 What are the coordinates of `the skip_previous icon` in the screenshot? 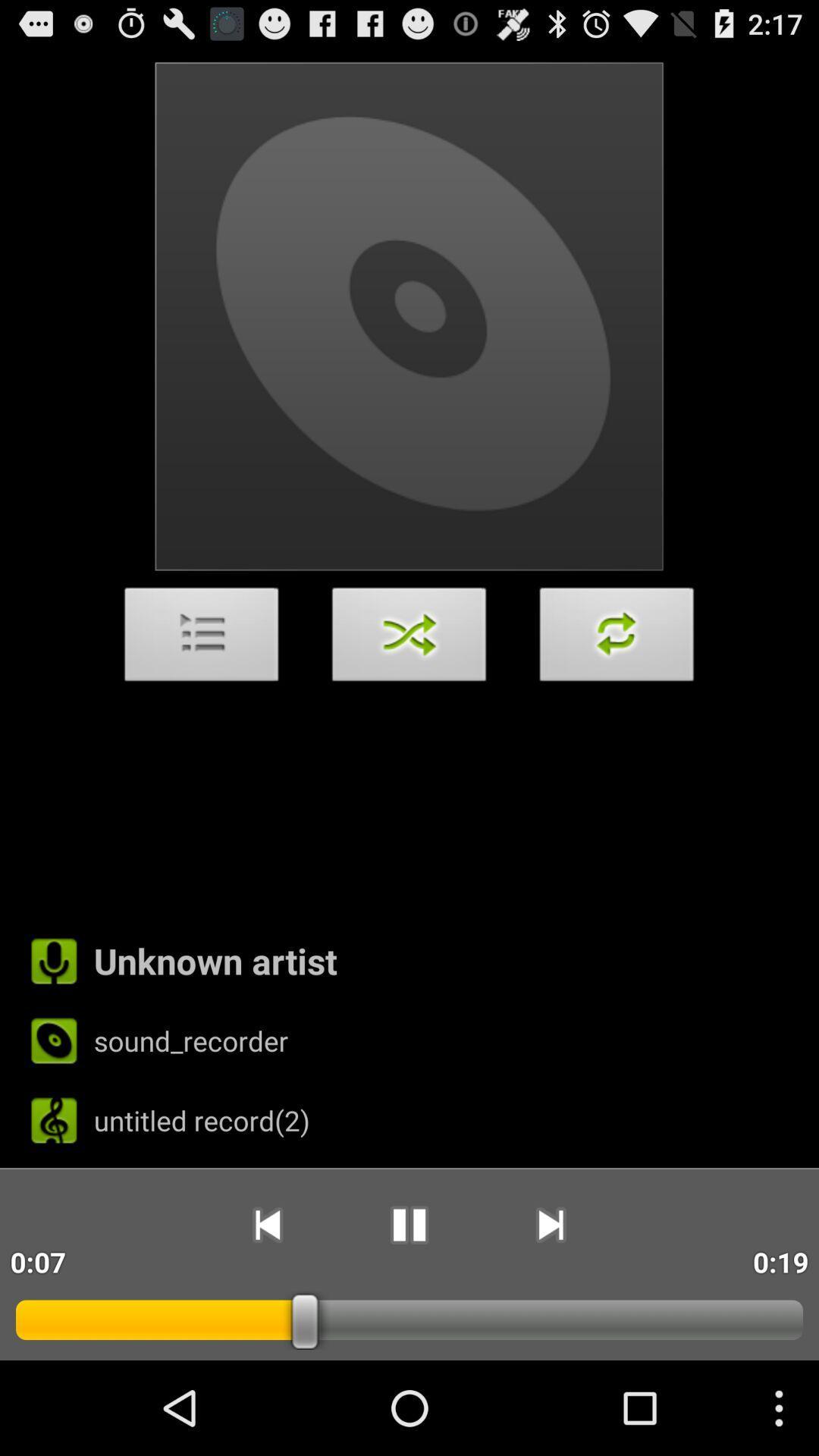 It's located at (266, 1310).